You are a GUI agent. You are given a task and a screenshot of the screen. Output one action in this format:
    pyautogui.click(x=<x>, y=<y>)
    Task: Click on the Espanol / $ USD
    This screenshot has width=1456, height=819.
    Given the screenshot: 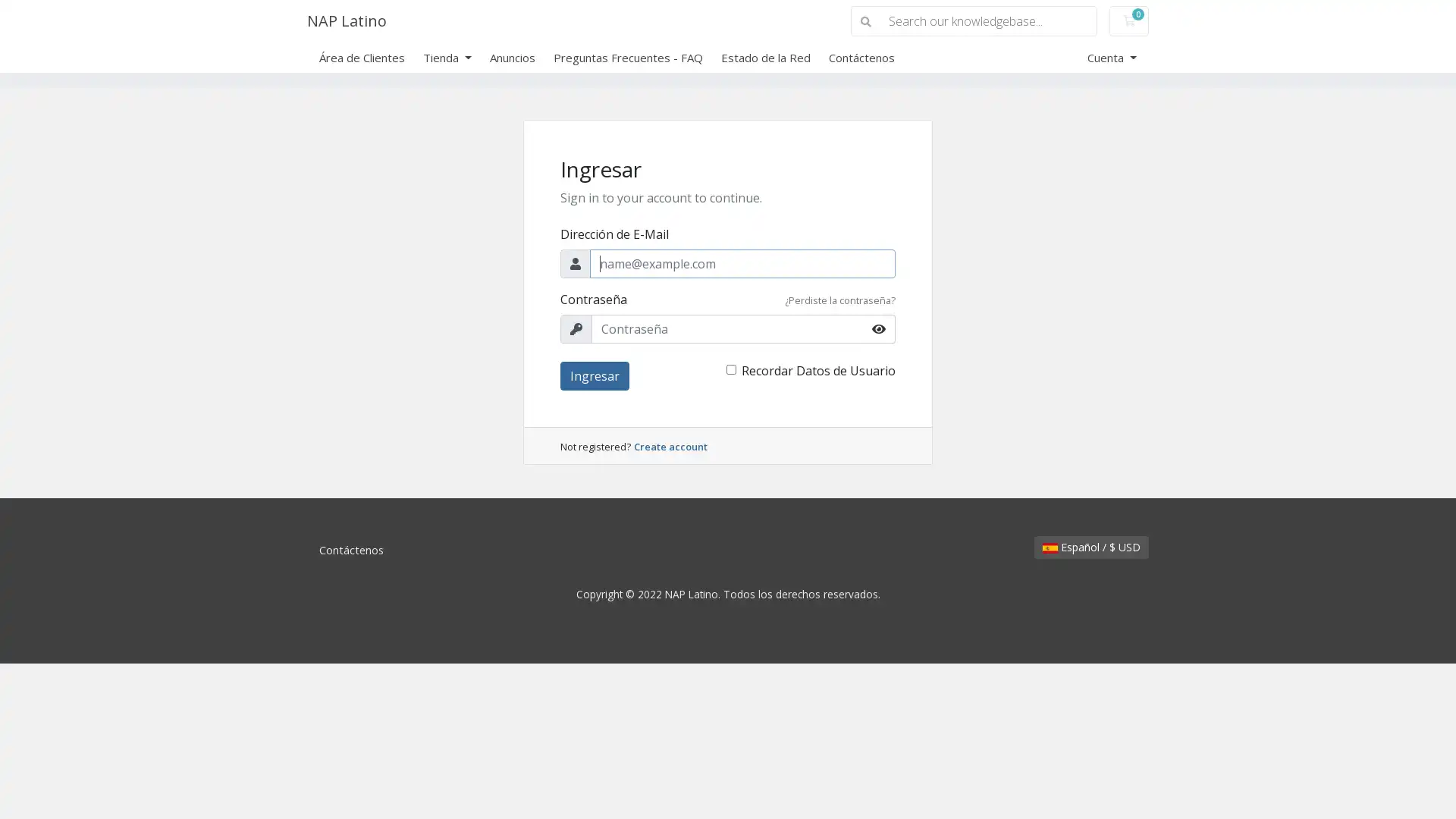 What is the action you would take?
    pyautogui.click(x=1090, y=547)
    